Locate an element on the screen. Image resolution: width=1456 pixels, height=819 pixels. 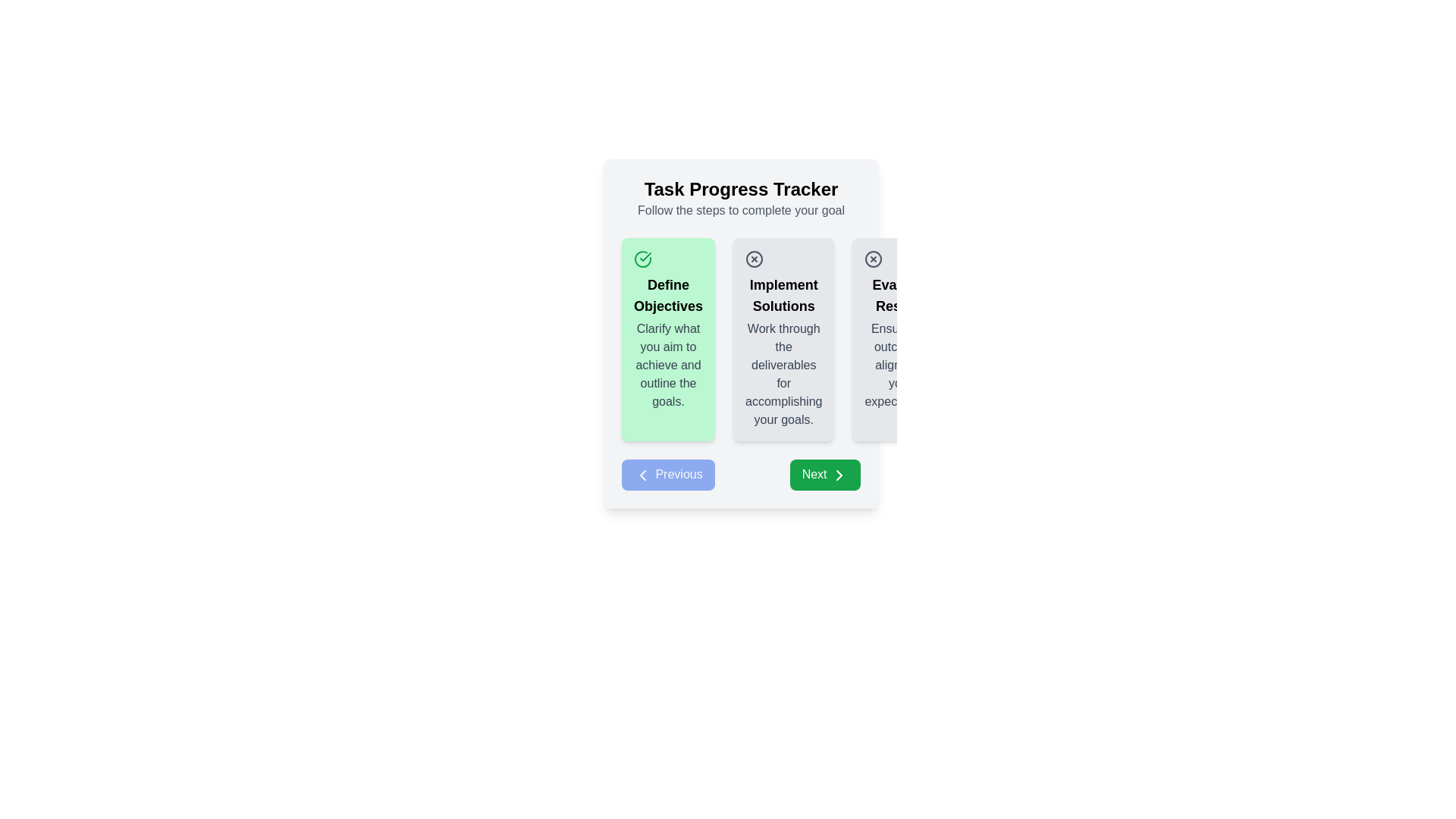
the rejection icon located at the top-left corner of the 'Evaluate Results' card, which symbolizes a rejection or error is located at coordinates (874, 259).